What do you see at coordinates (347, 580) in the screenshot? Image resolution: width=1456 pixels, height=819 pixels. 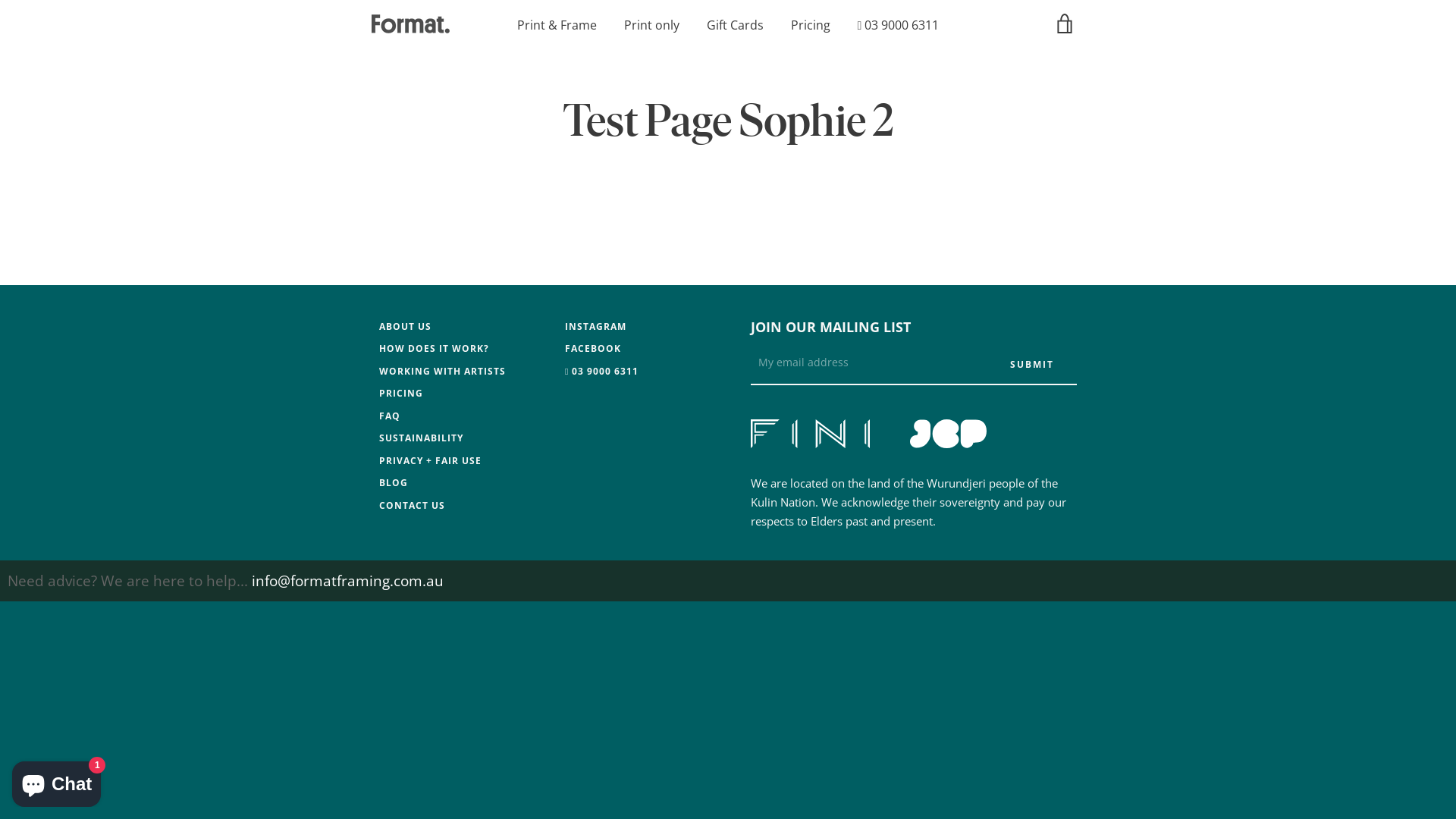 I see `'info@formatframing.com.au'` at bounding box center [347, 580].